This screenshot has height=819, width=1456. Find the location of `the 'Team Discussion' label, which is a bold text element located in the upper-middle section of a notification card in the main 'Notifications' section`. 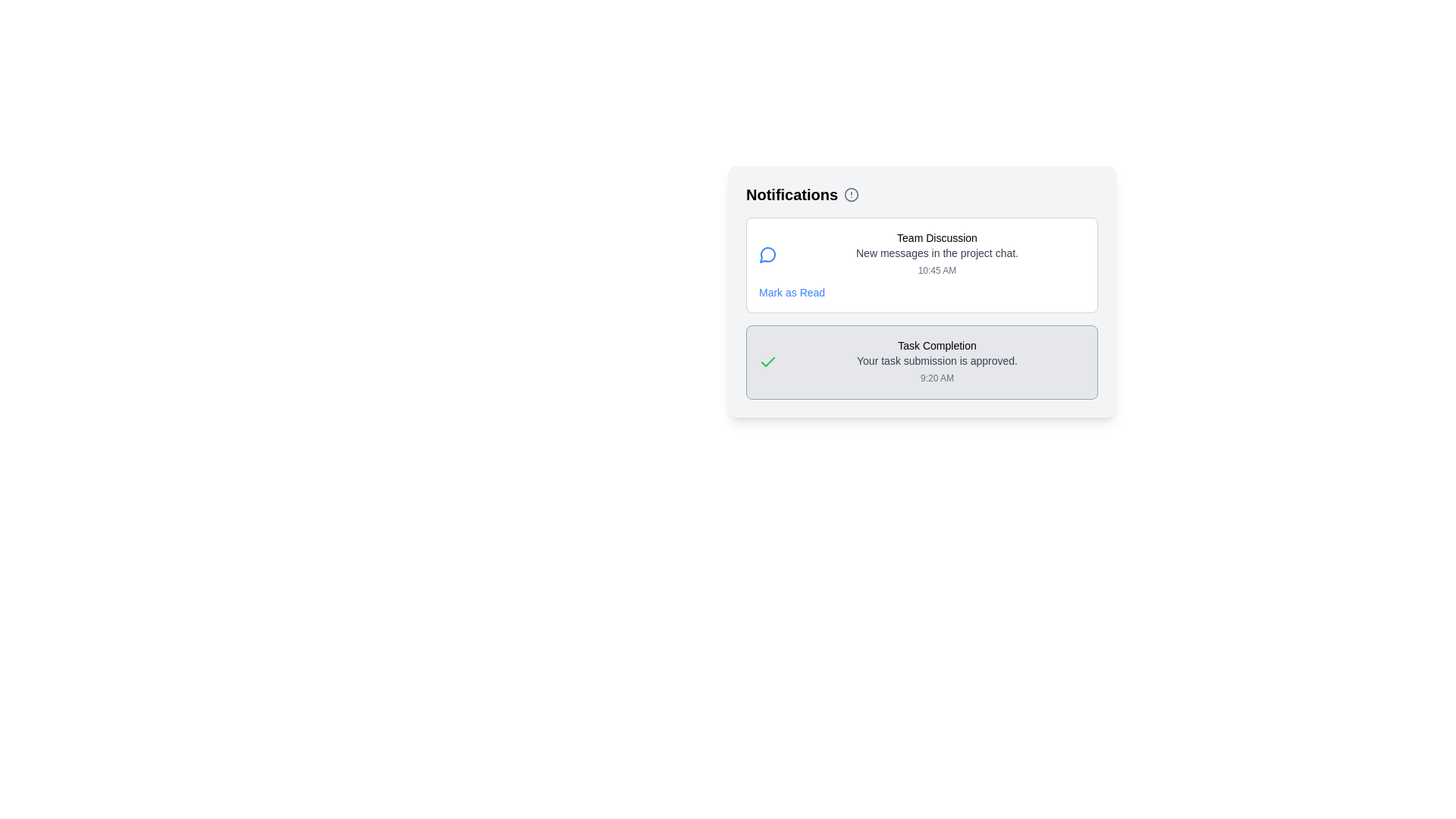

the 'Team Discussion' label, which is a bold text element located in the upper-middle section of a notification card in the main 'Notifications' section is located at coordinates (937, 237).